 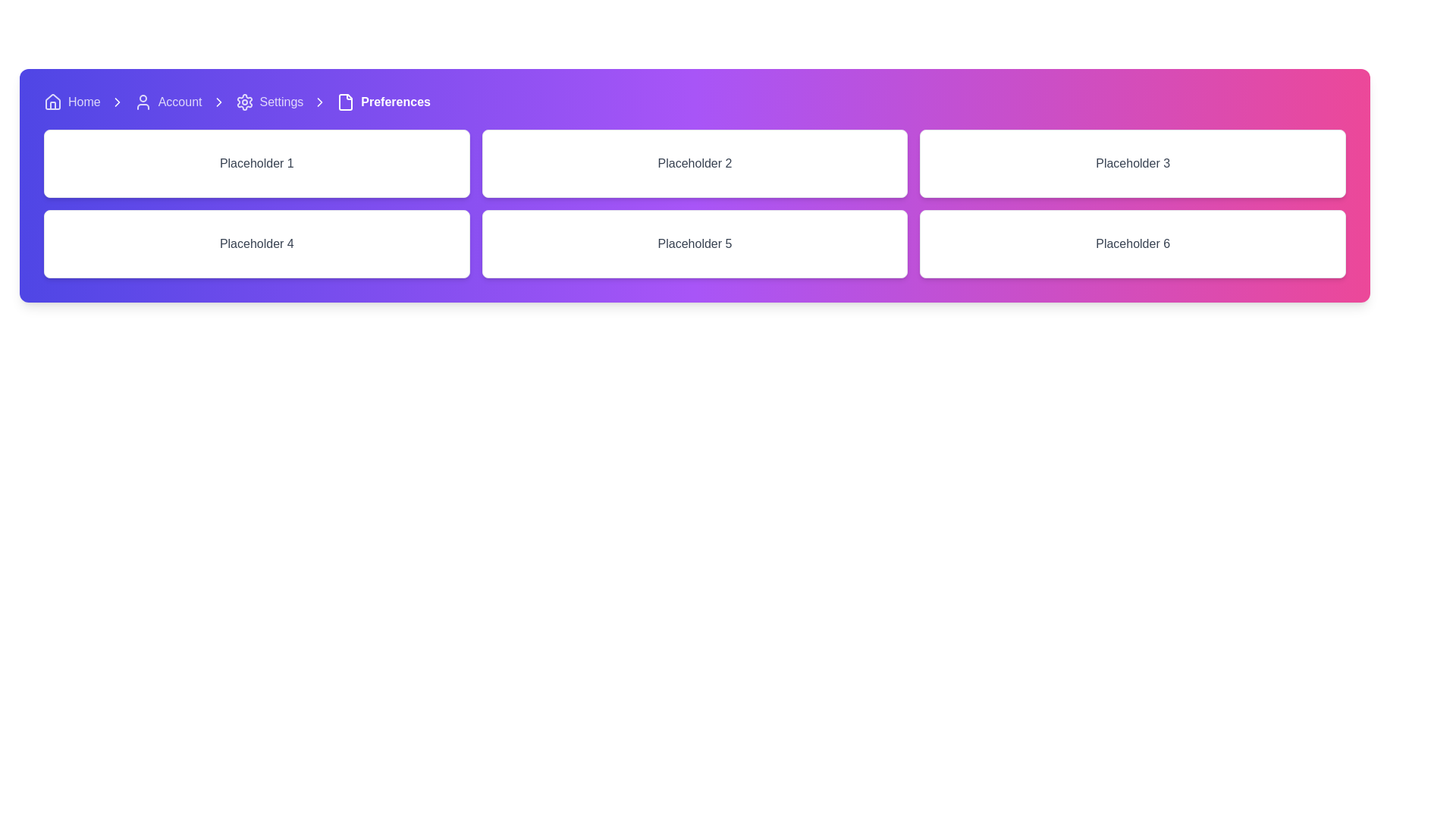 What do you see at coordinates (116, 102) in the screenshot?
I see `the small, right-pointing chevron arrow icon located between the 'Home' and 'Account' breadcrumb labels in the navigation bar` at bounding box center [116, 102].